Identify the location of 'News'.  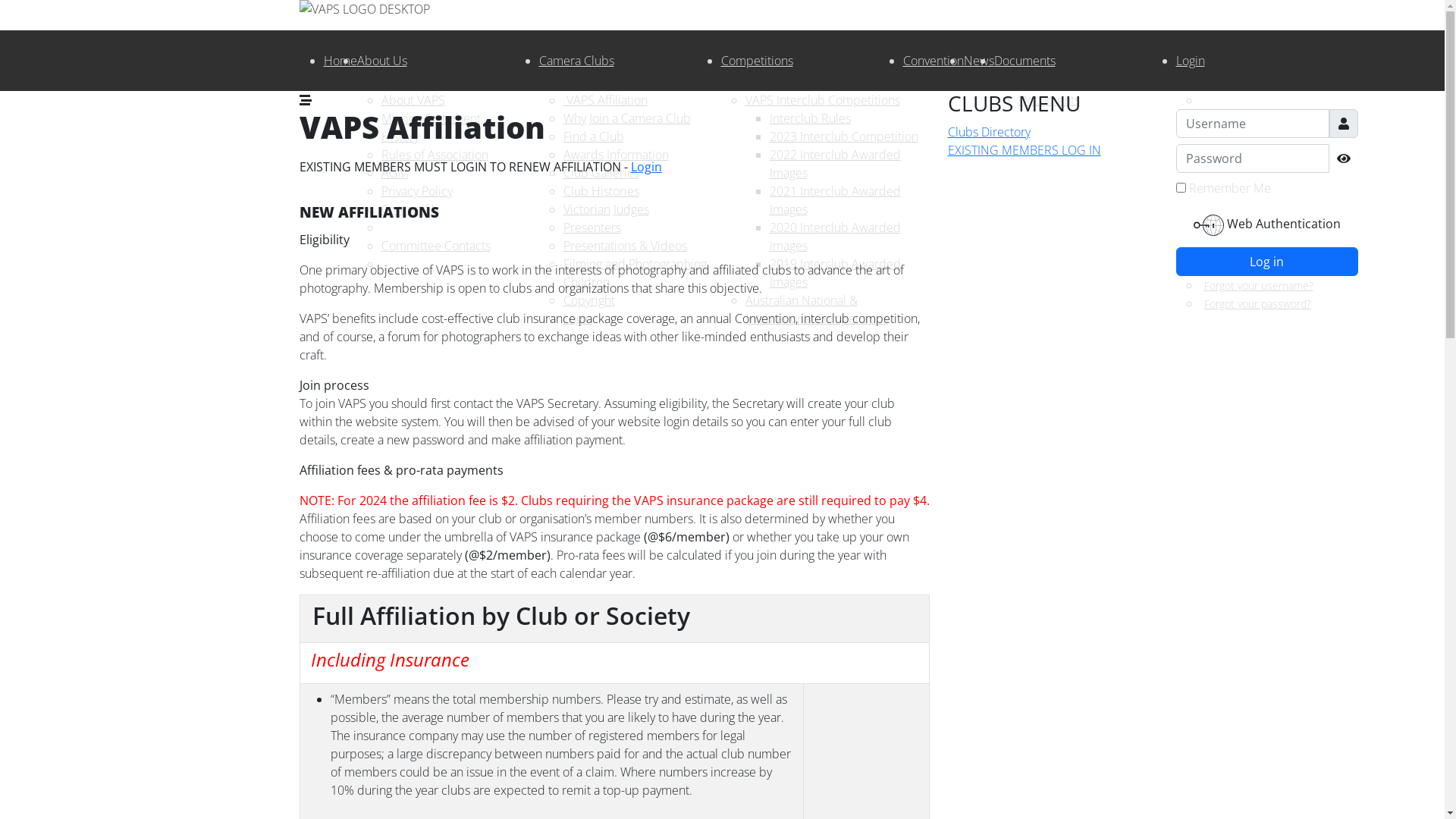
(978, 60).